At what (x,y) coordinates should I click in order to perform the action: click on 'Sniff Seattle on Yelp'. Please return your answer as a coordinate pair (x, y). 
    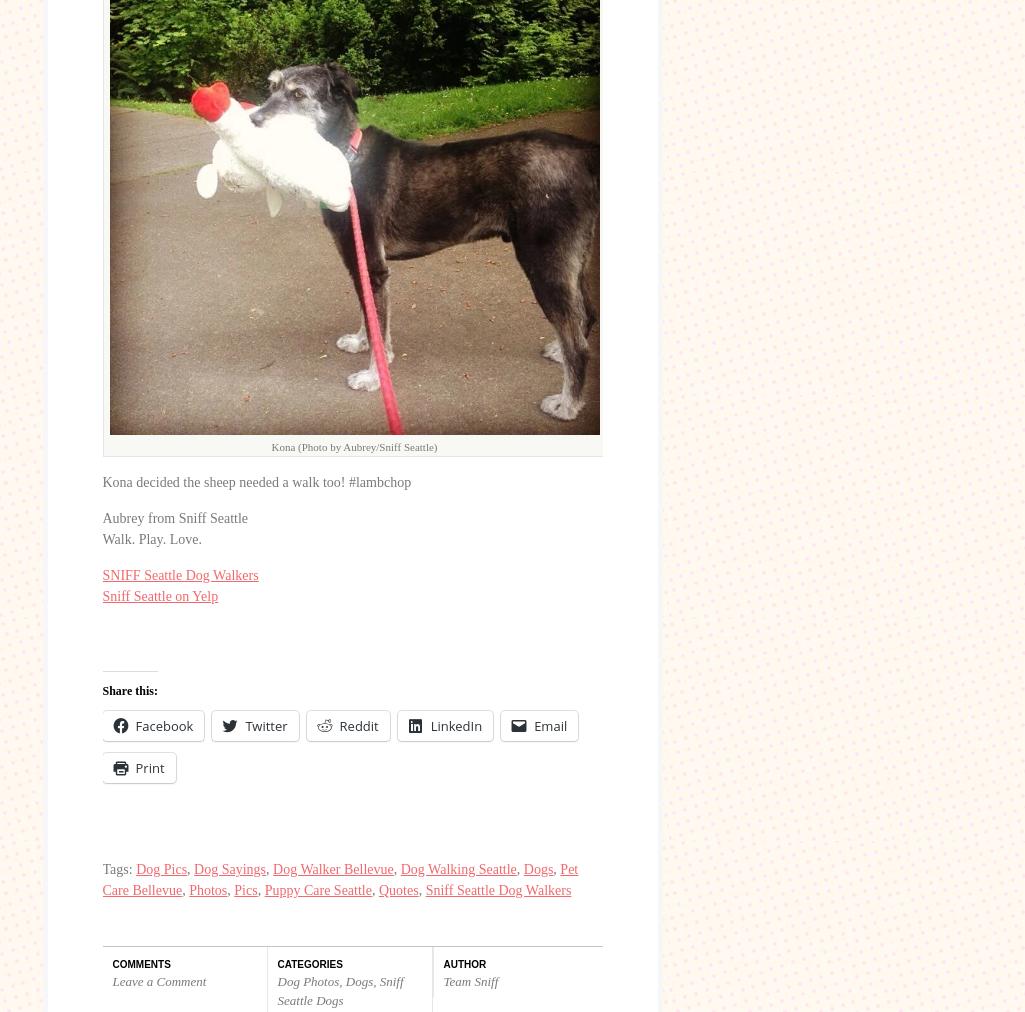
    Looking at the image, I should click on (101, 595).